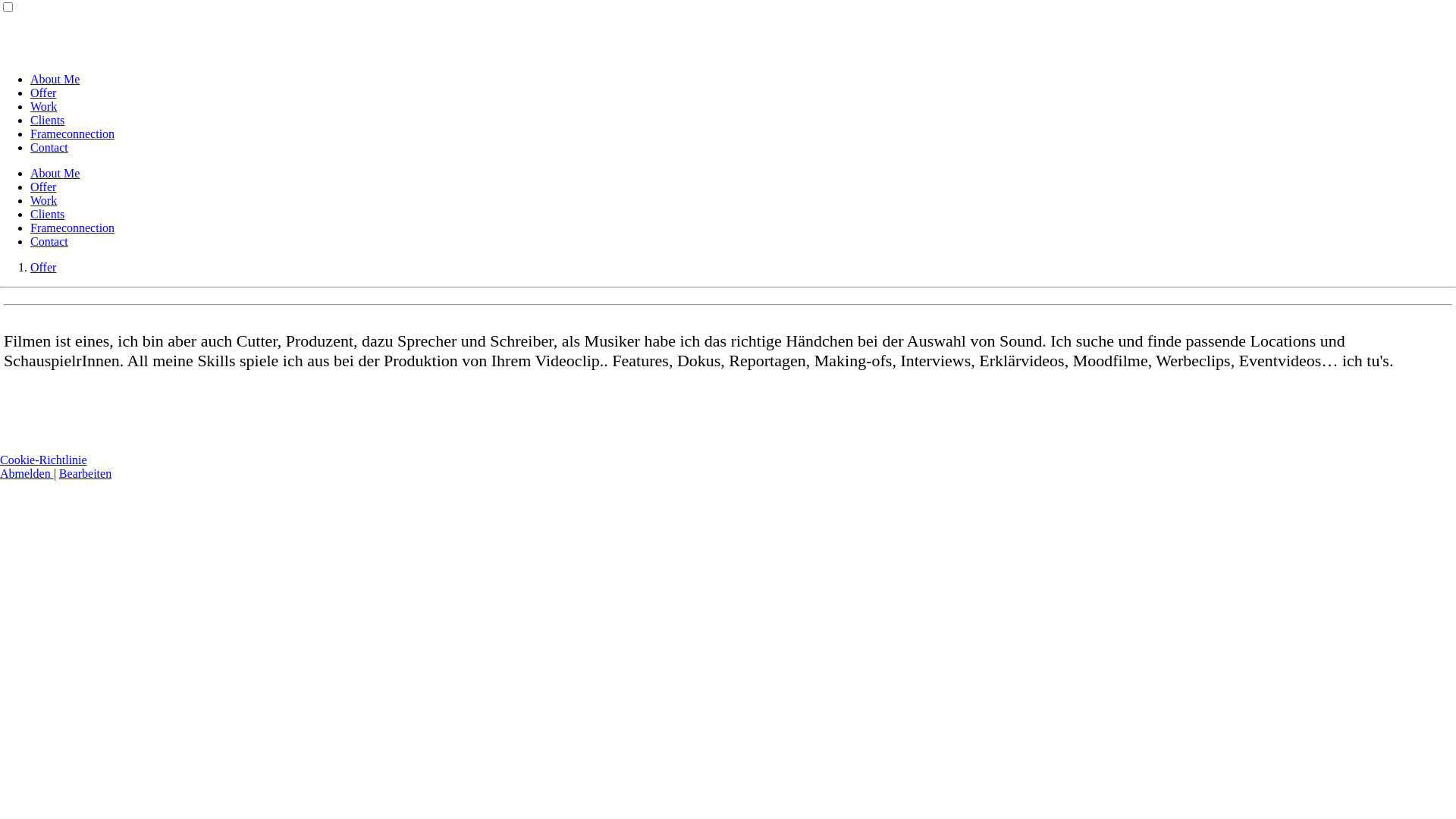 The height and width of the screenshot is (819, 1456). Describe the element at coordinates (43, 266) in the screenshot. I see `'Offer'` at that location.